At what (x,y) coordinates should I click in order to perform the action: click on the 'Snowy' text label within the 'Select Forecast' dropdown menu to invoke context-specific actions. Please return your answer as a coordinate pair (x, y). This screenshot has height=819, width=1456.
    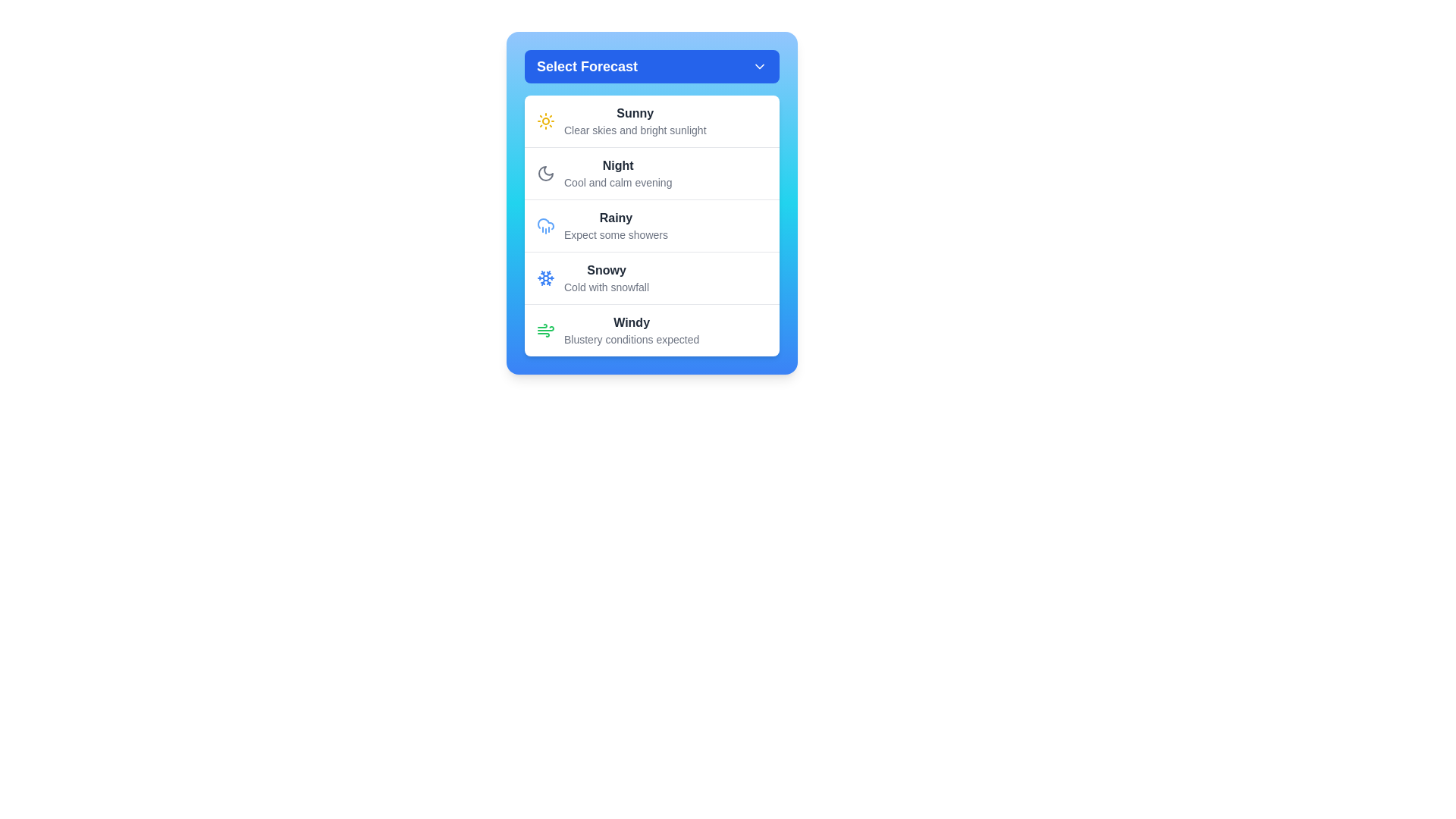
    Looking at the image, I should click on (607, 270).